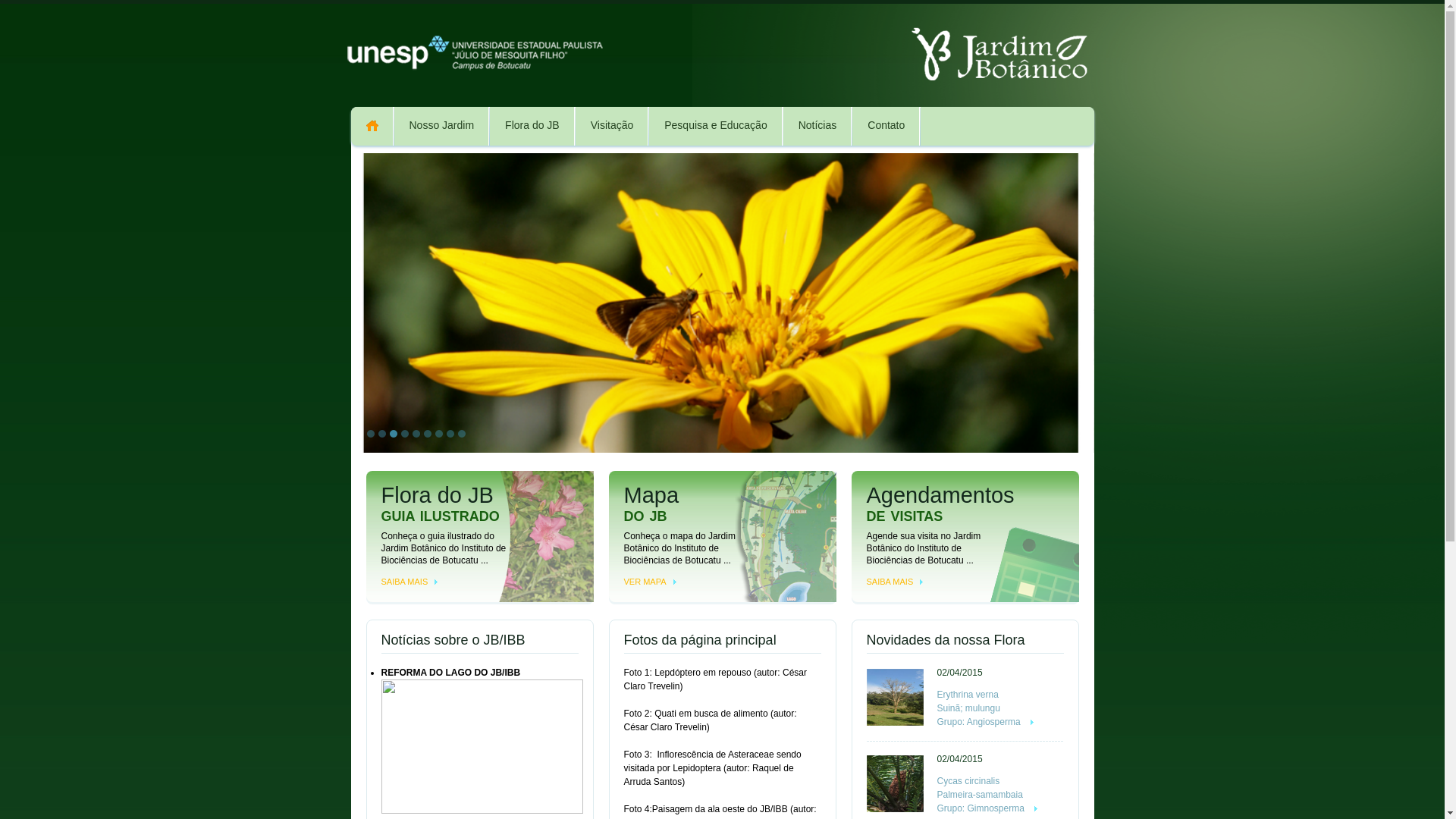 This screenshot has width=1456, height=819. I want to click on '8', so click(449, 433).